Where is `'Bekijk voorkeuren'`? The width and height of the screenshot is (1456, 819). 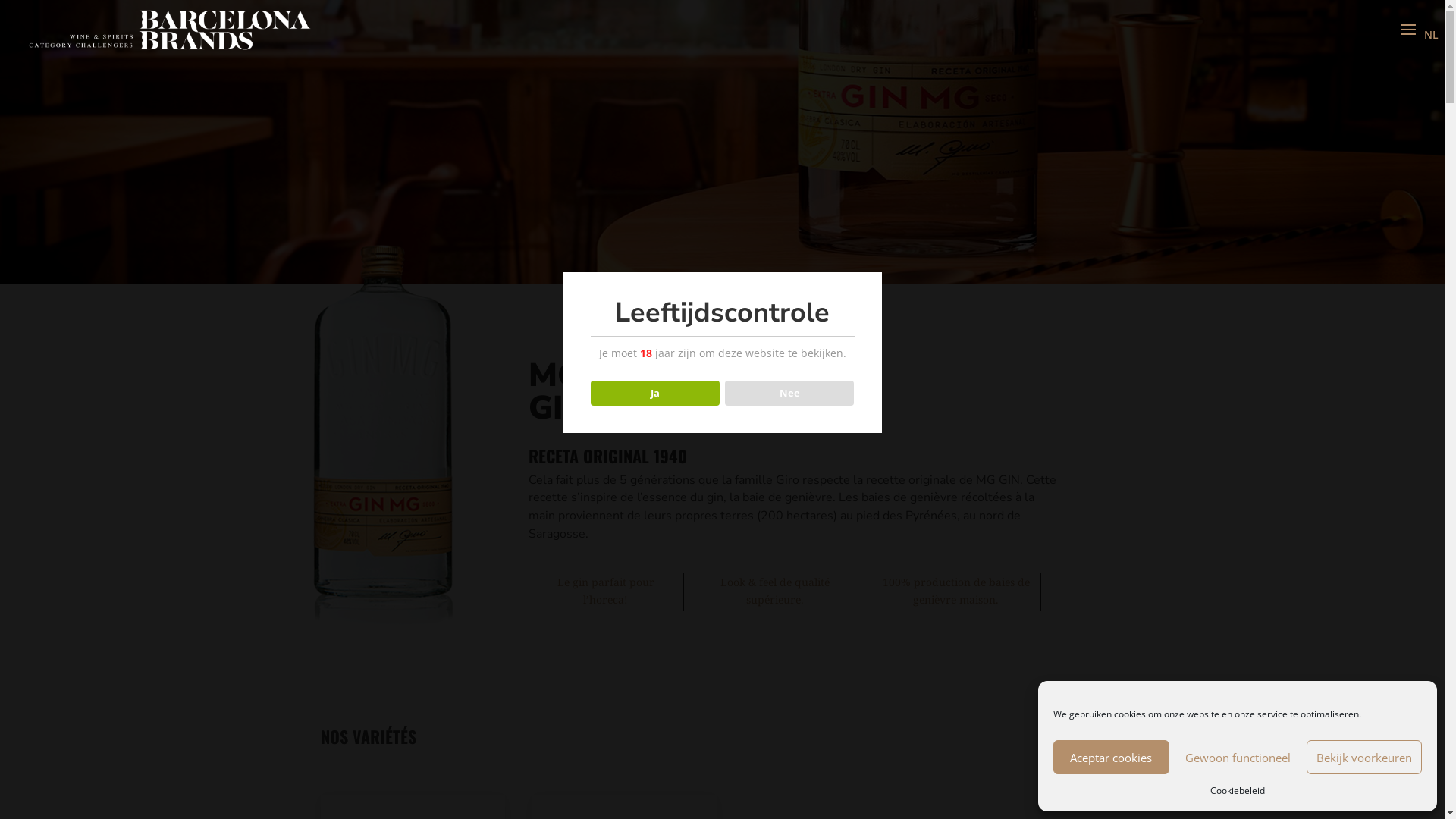
'Bekijk voorkeuren' is located at coordinates (1363, 757).